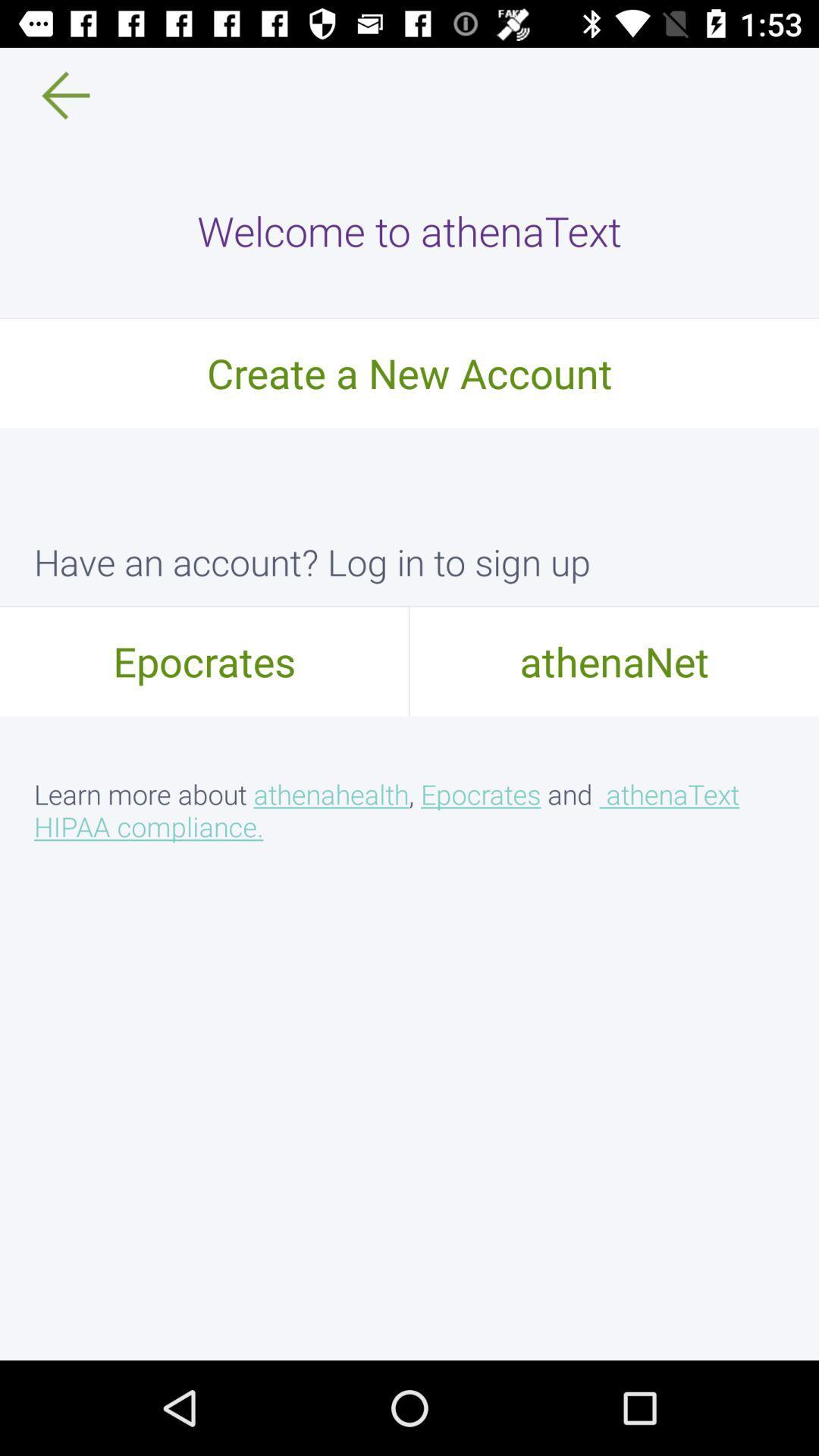 Image resolution: width=819 pixels, height=1456 pixels. Describe the element at coordinates (614, 661) in the screenshot. I see `icon below the have an account item` at that location.